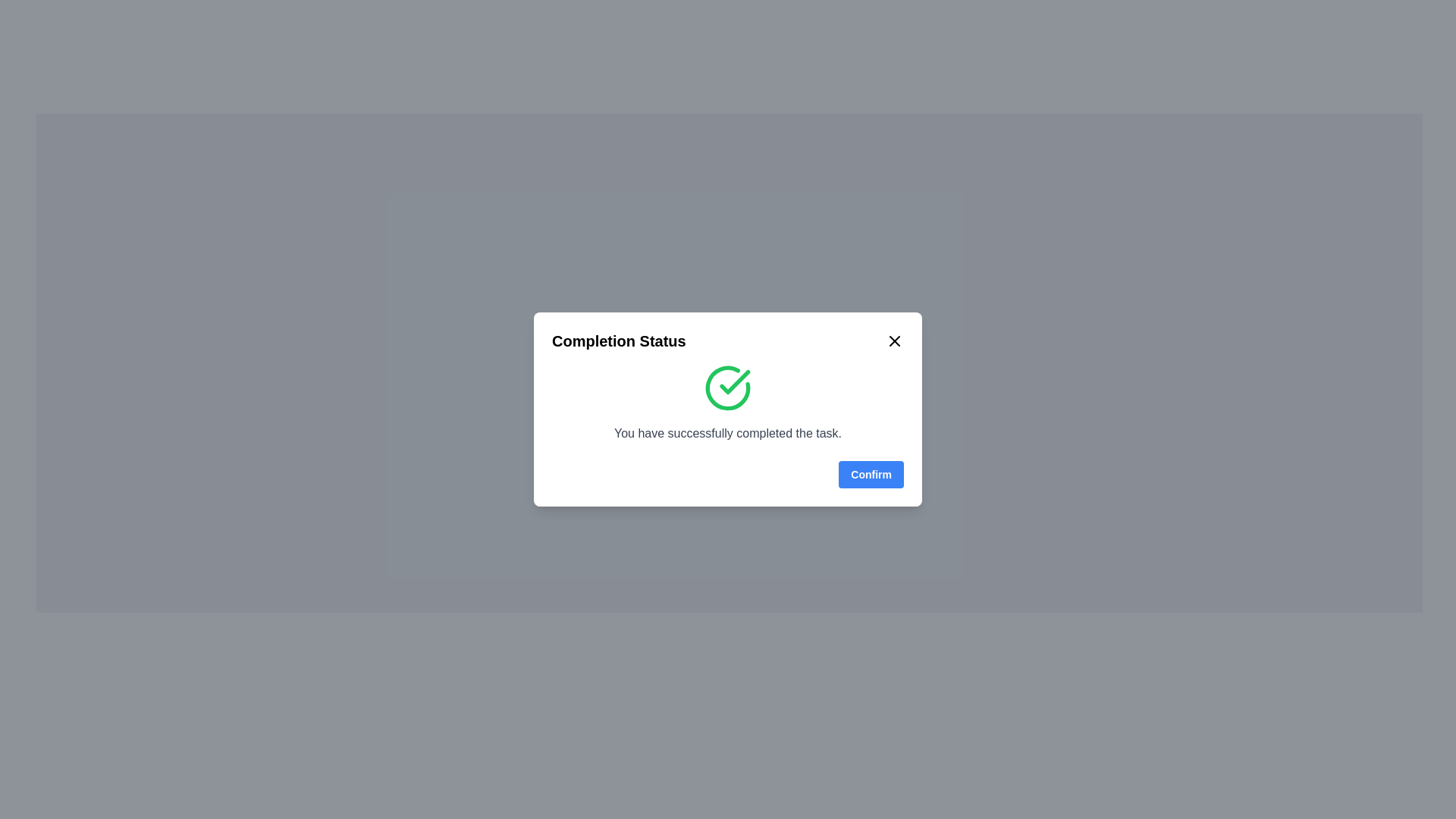  I want to click on the green circular icon with a check mark that indicates successful task completion, which is located in the modal dialog box below the title 'Completion Status', so click(728, 403).